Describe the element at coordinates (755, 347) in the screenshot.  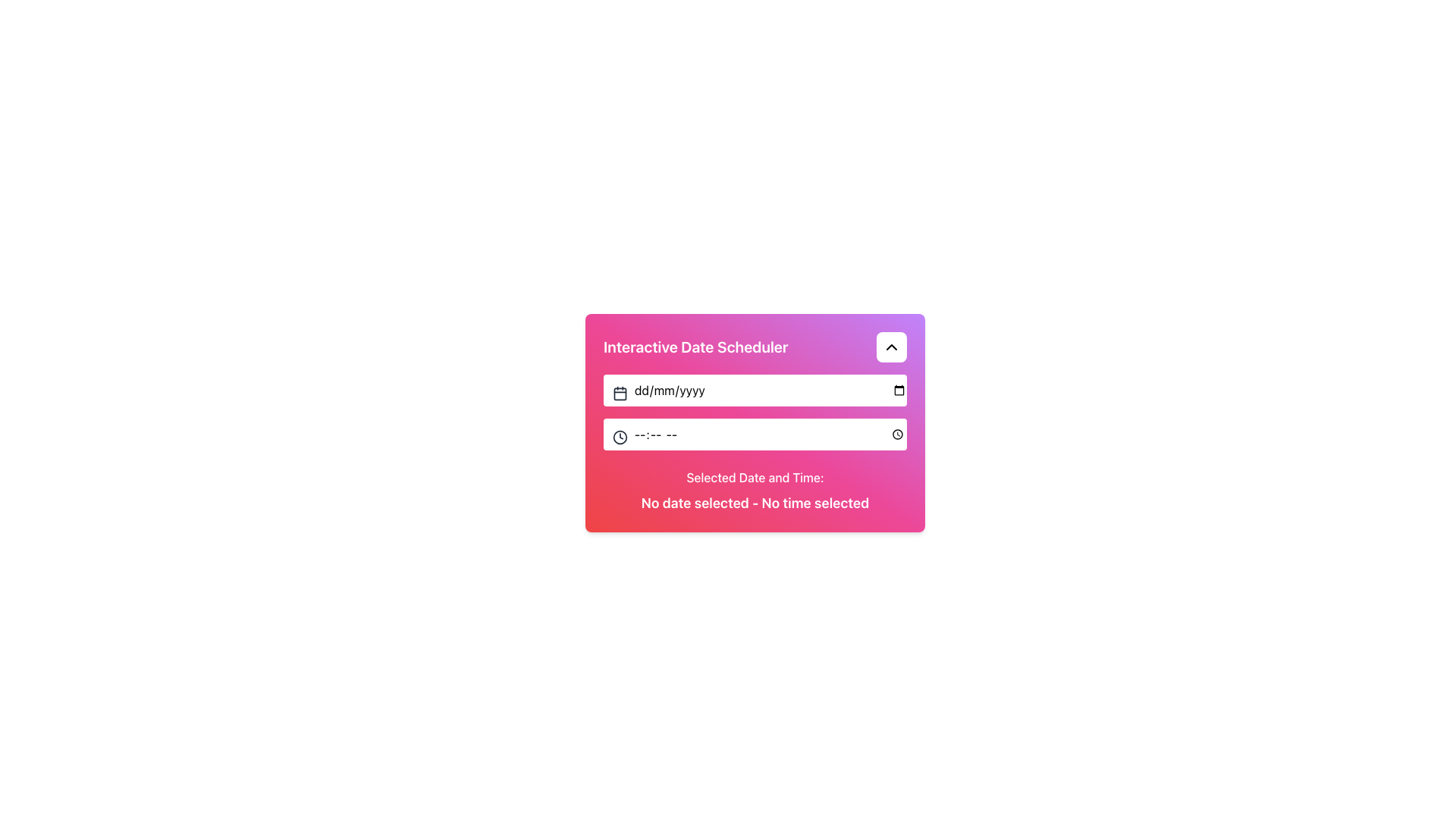
I see `the Header bar containing the text 'Interactive Date Scheduler' and the upward chevron icon, located at the top of the interactive card` at that location.